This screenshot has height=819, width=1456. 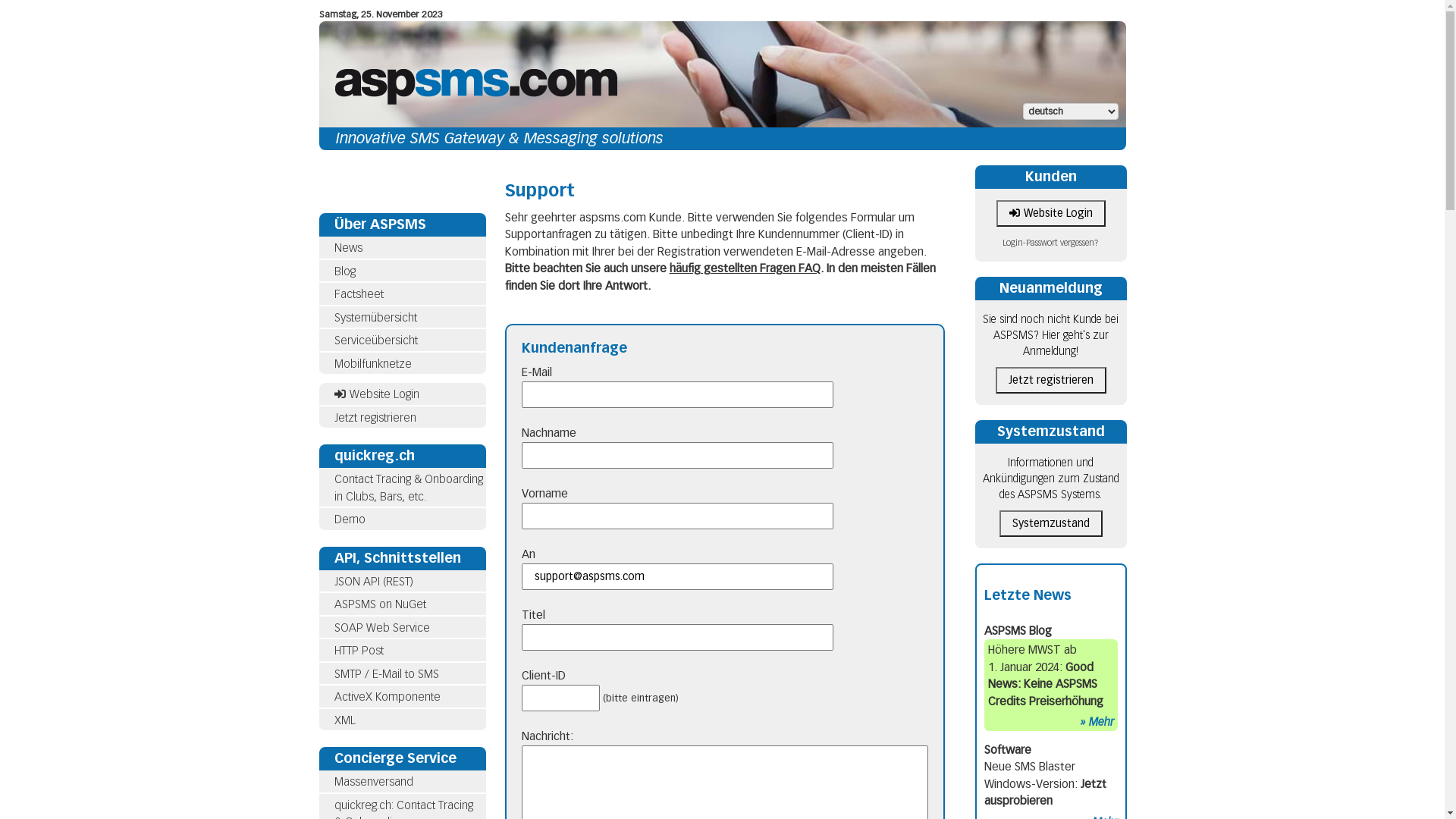 I want to click on 'Systemzustand', so click(x=1050, y=431).